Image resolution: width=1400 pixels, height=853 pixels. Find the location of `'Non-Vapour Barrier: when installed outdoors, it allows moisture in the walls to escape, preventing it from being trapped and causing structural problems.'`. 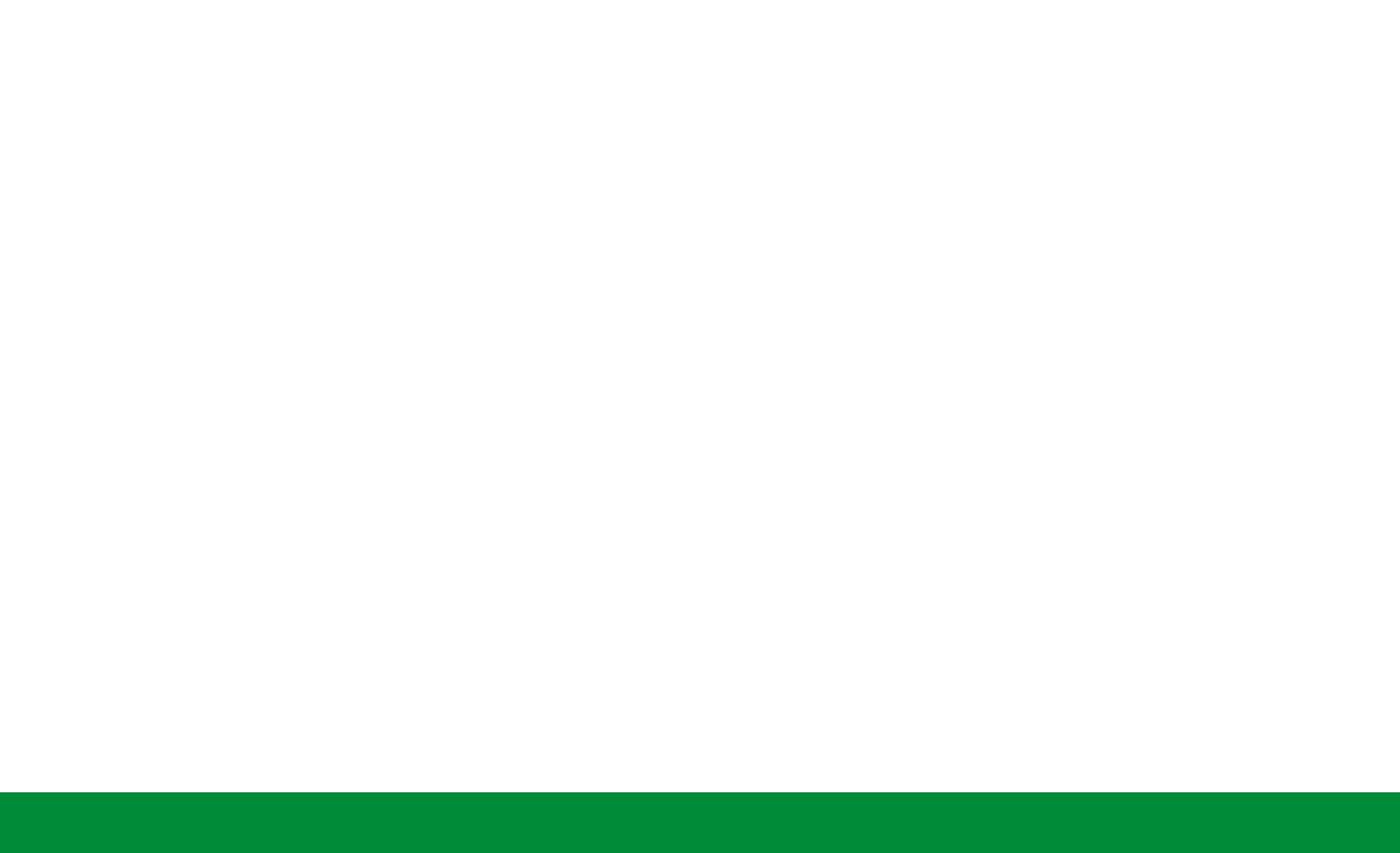

'Non-Vapour Barrier: when installed outdoors, it allows moisture in the walls to escape, preventing it from being trapped and causing structural problems.' is located at coordinates (706, 683).